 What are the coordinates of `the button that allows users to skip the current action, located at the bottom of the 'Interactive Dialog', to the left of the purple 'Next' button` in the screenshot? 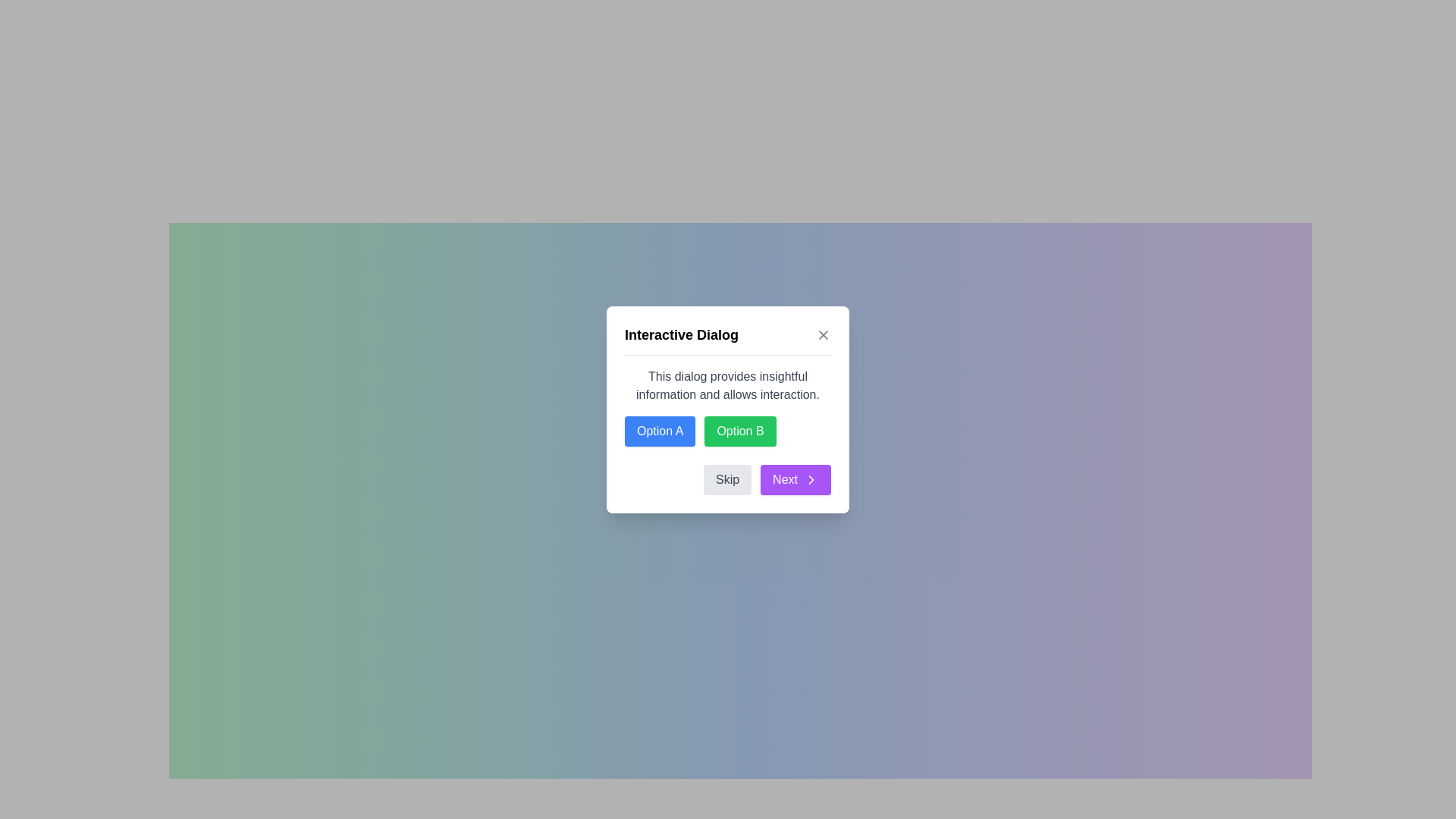 It's located at (728, 479).